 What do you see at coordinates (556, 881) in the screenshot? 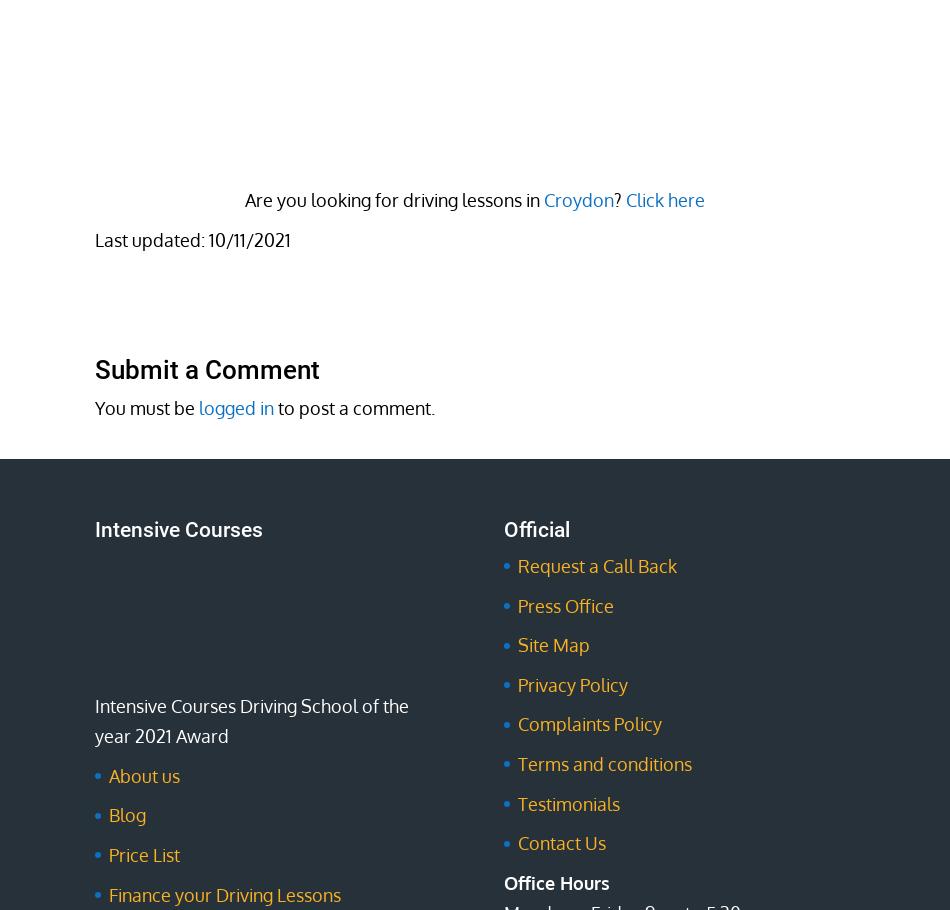
I see `'Office Hours'` at bounding box center [556, 881].